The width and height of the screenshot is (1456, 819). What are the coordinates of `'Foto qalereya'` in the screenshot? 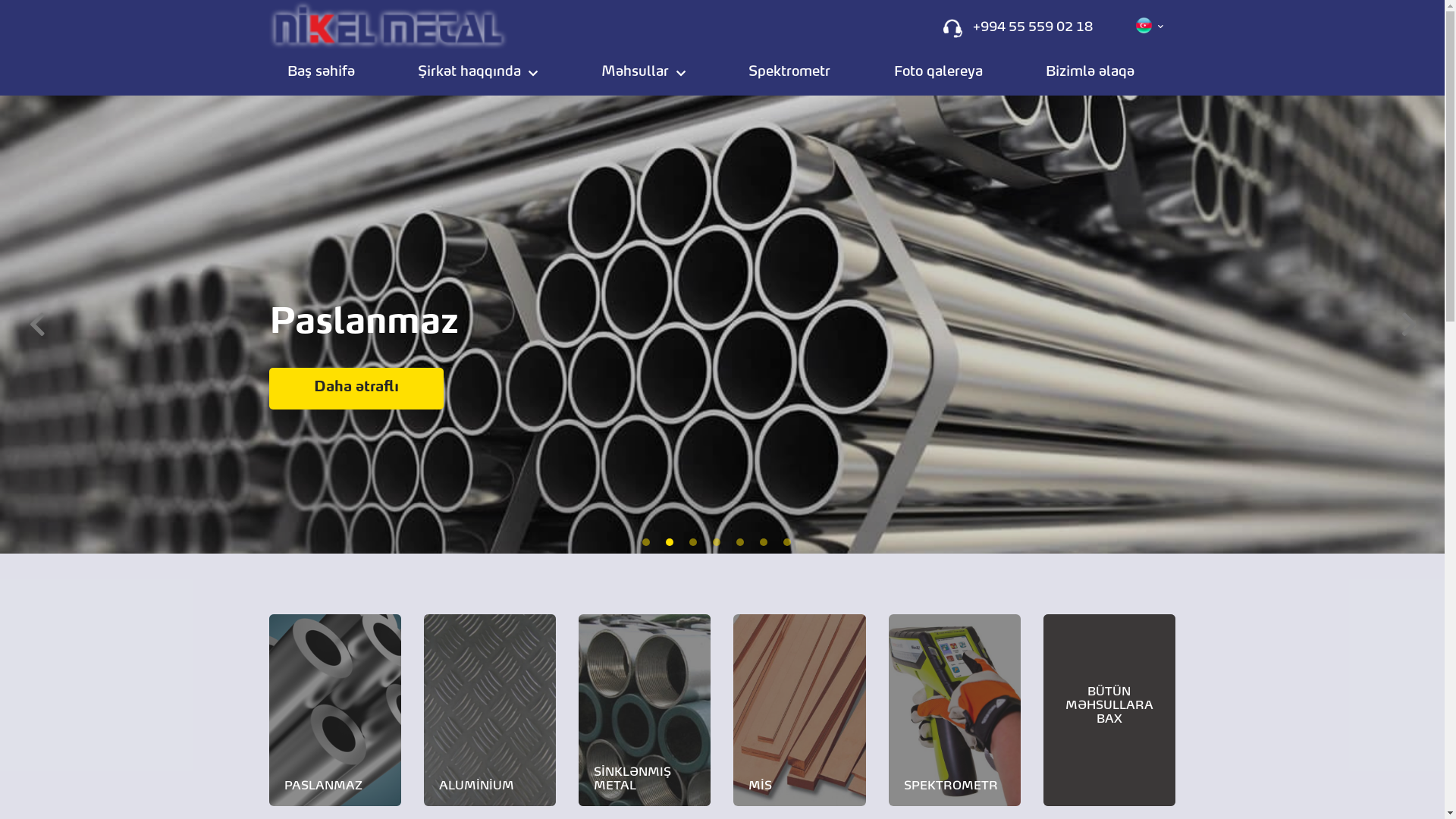 It's located at (937, 72).